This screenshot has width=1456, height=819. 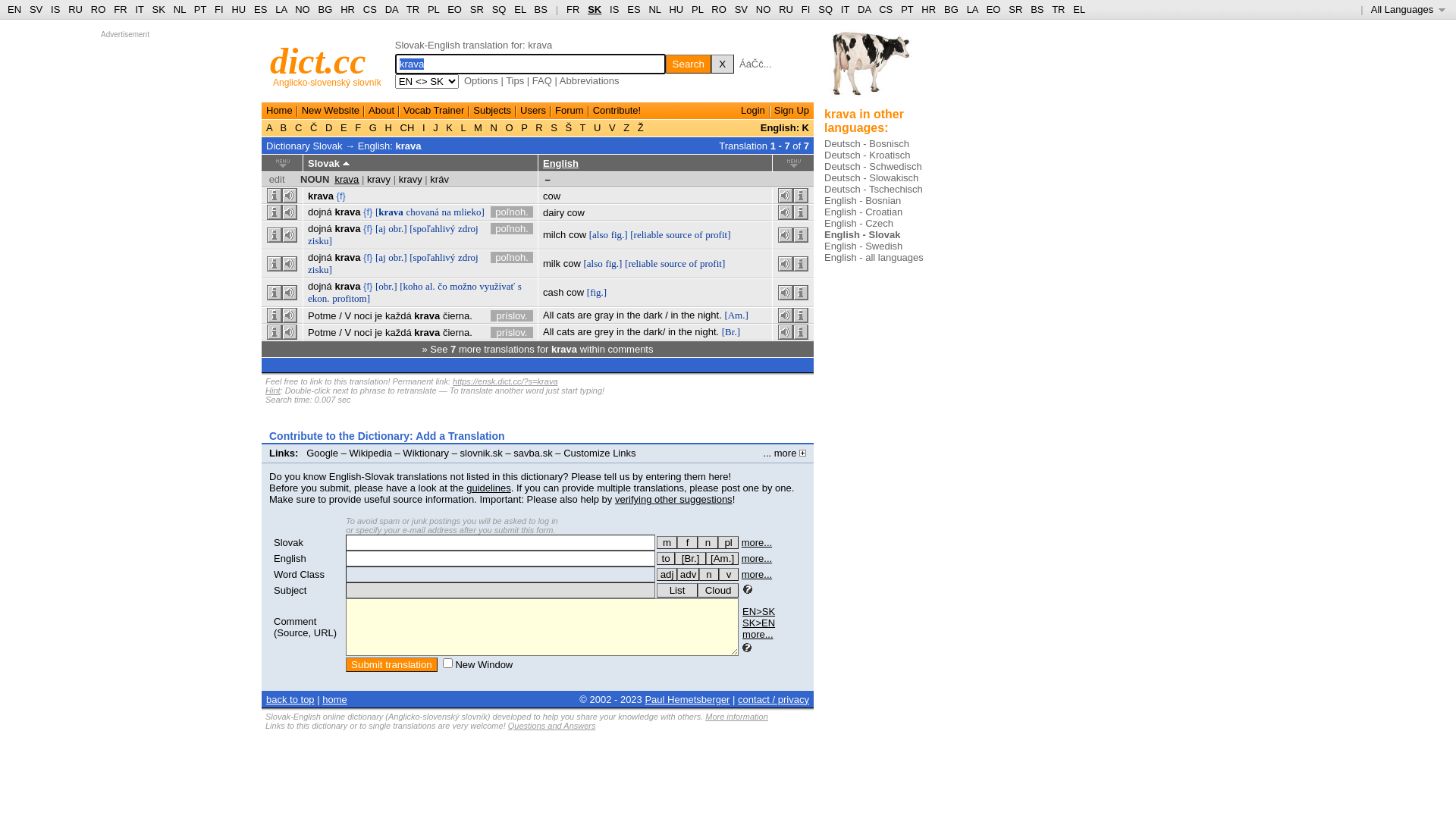 I want to click on 'PT', so click(x=199, y=9).